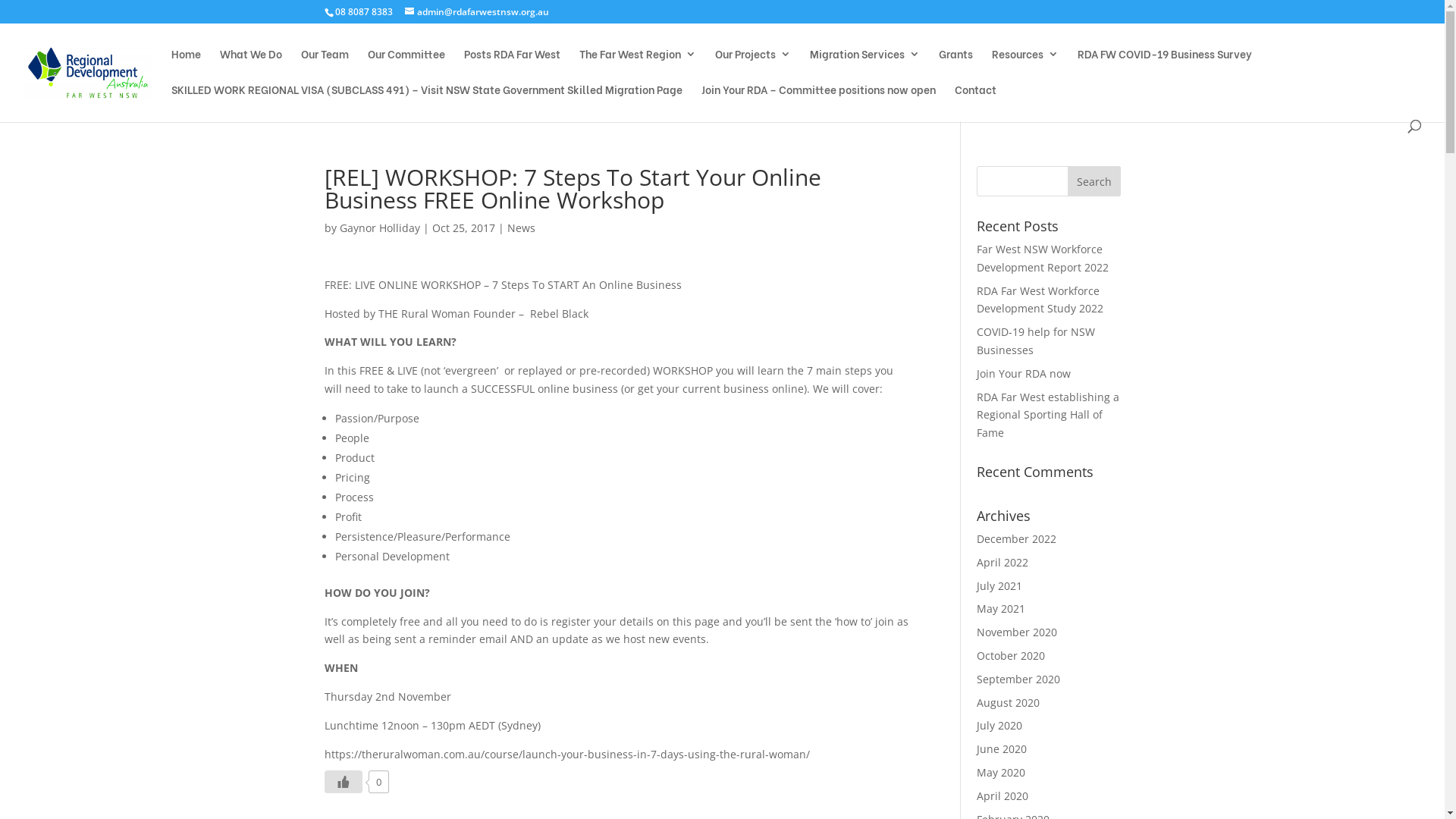 Image resolution: width=1456 pixels, height=819 pixels. What do you see at coordinates (1023, 373) in the screenshot?
I see `'Join Your RDA now'` at bounding box center [1023, 373].